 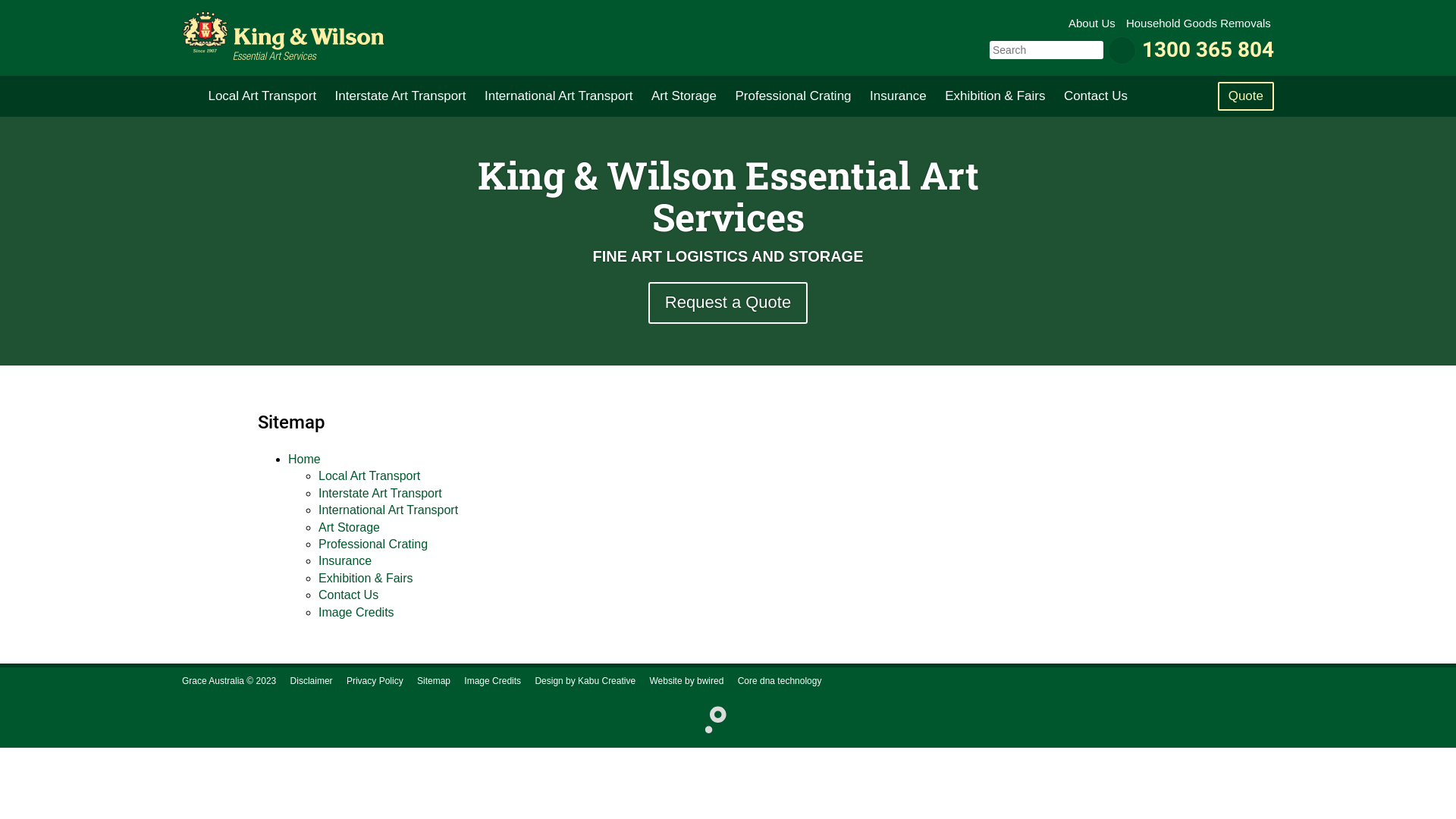 I want to click on 'Core dna technology', so click(x=780, y=680).